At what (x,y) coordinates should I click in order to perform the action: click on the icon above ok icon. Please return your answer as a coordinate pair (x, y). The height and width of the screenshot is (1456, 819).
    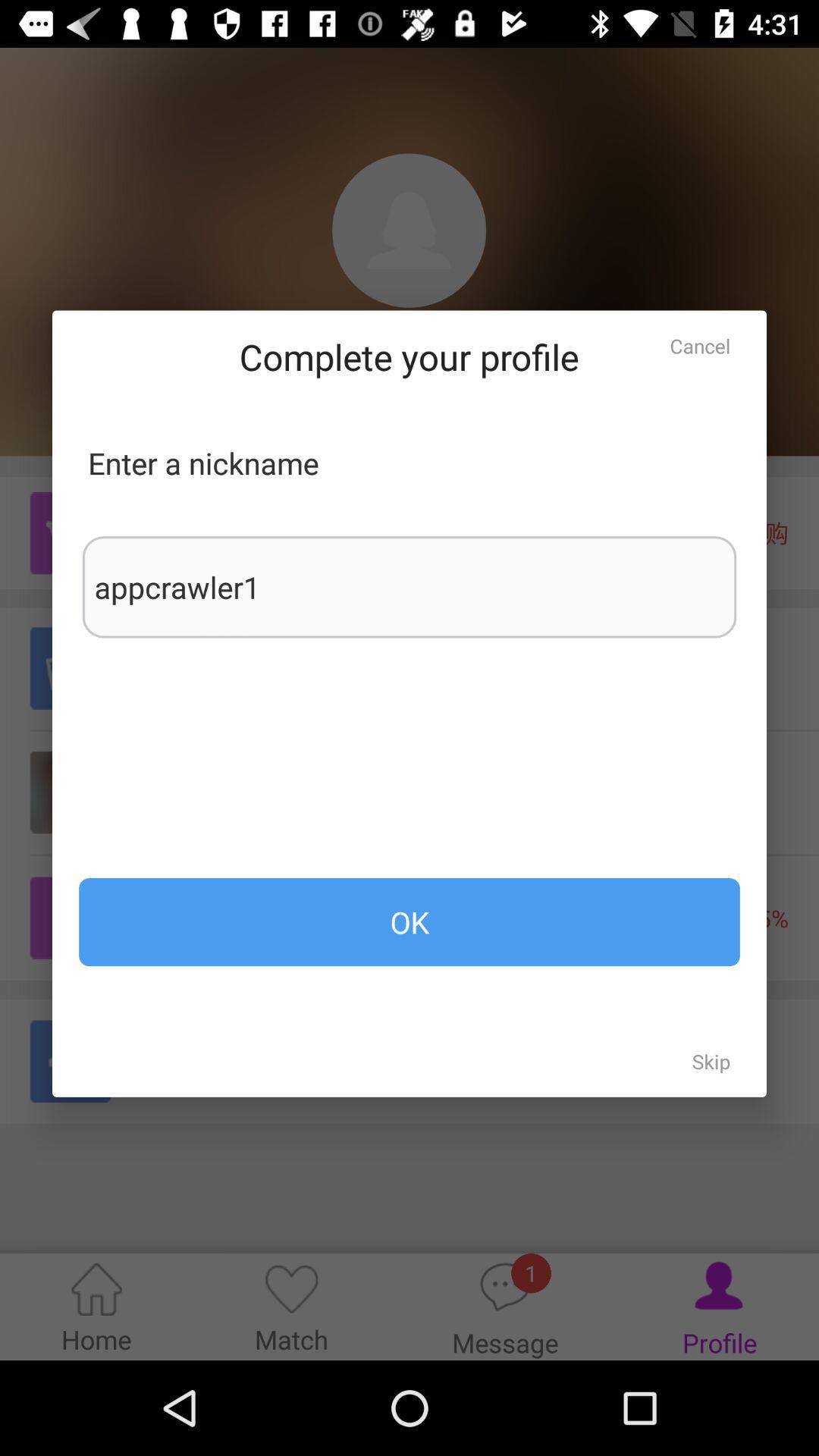
    Looking at the image, I should click on (409, 586).